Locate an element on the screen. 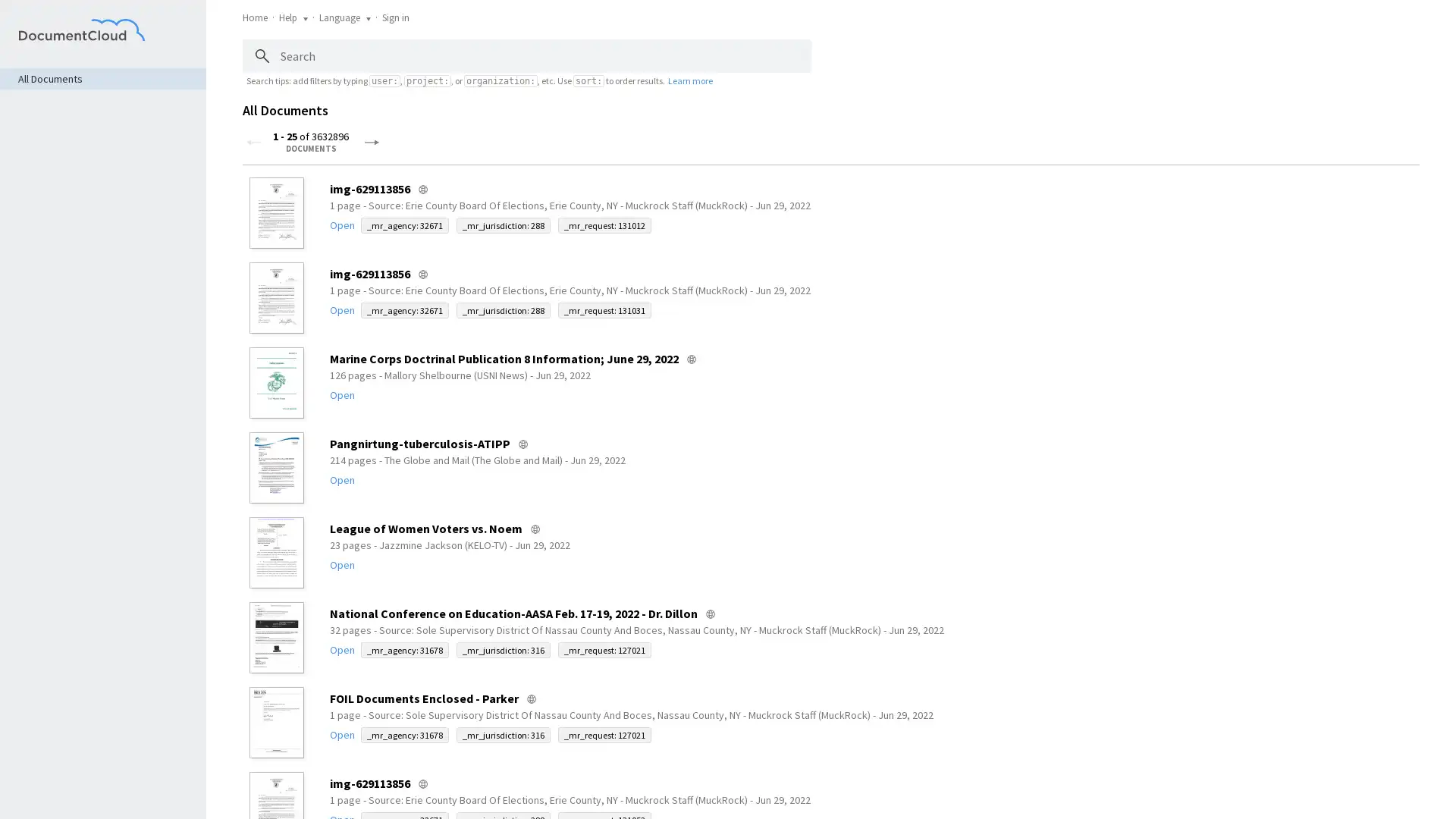 This screenshot has height=819, width=1456. _mr_jurisdiction: 316 is located at coordinates (503, 648).